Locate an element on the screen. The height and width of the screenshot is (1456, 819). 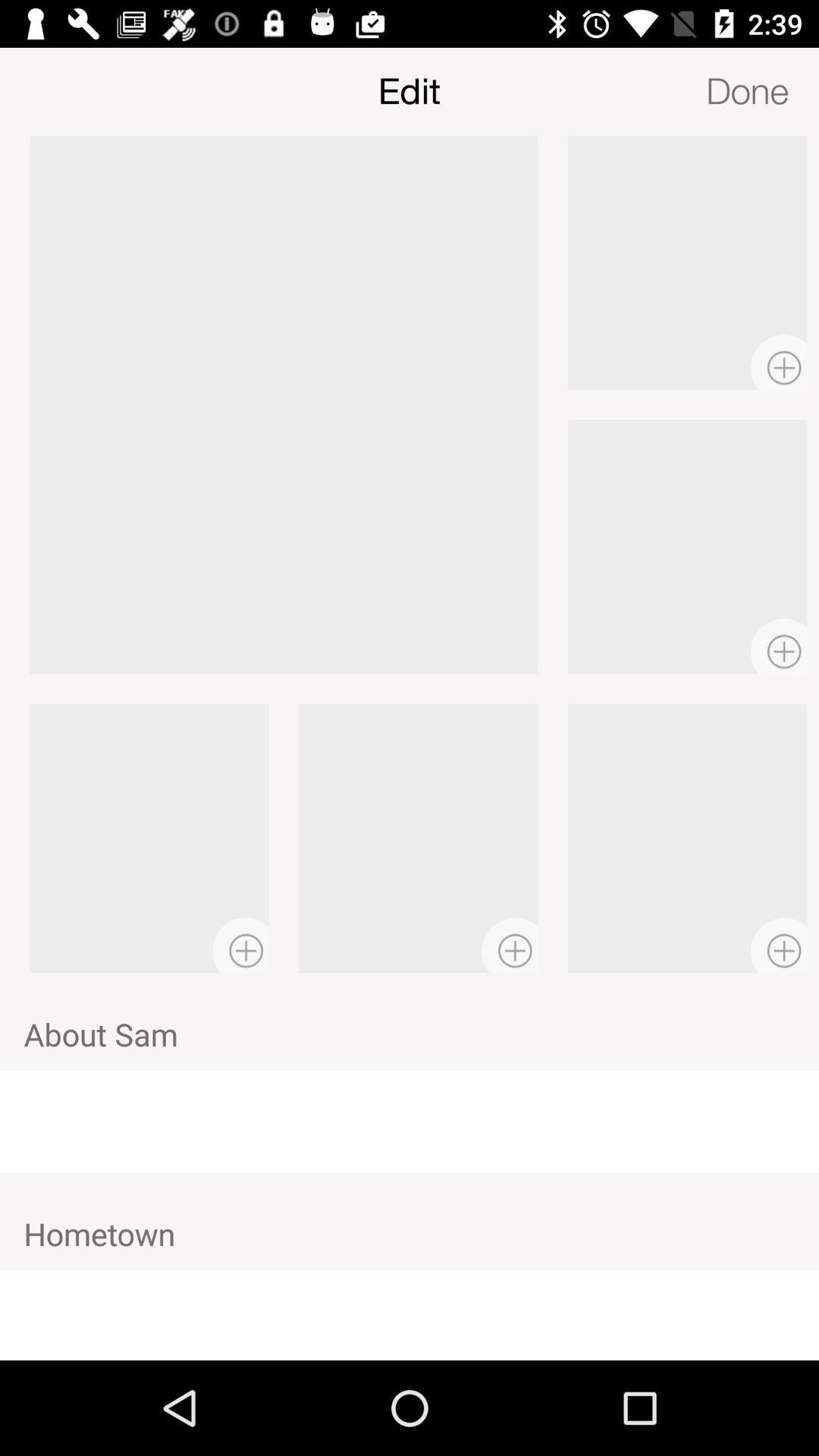
the add icon is located at coordinates (779, 361).